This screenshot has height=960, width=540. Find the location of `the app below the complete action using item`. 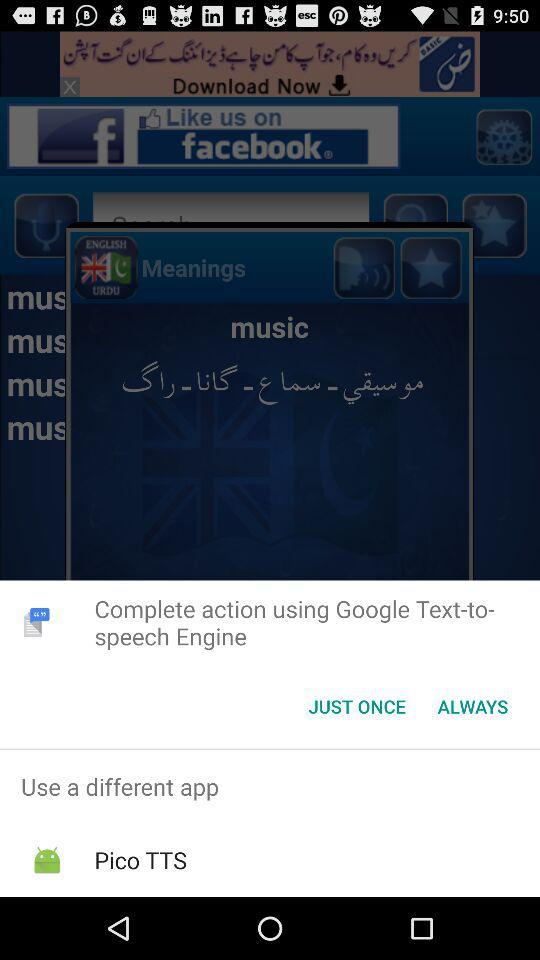

the app below the complete action using item is located at coordinates (472, 706).